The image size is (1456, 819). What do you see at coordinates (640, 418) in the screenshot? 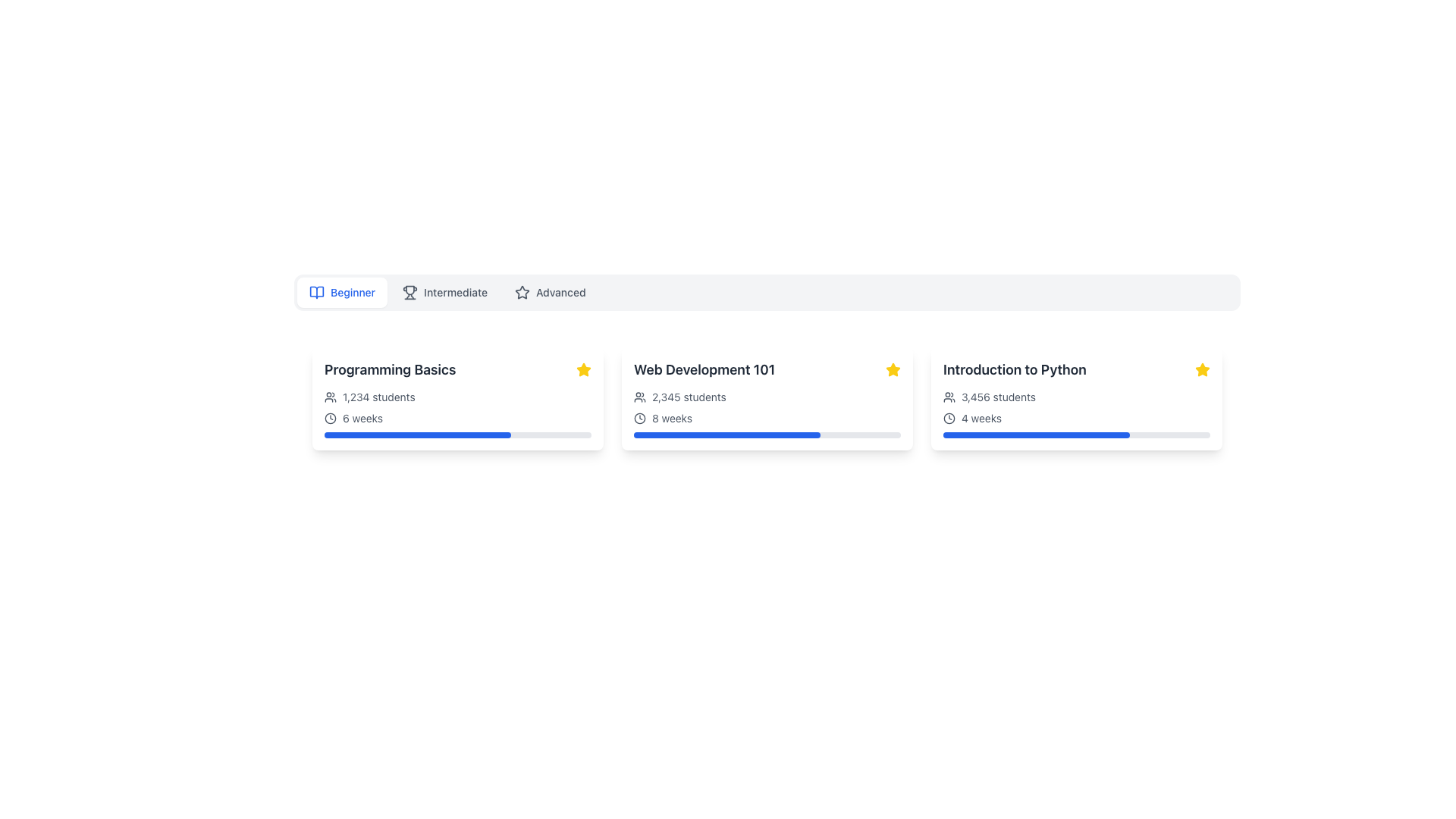
I see `the inner circular part of the clock icon located to the left of the '8 weeks' duration text within the 'Web Development 101' card` at bounding box center [640, 418].